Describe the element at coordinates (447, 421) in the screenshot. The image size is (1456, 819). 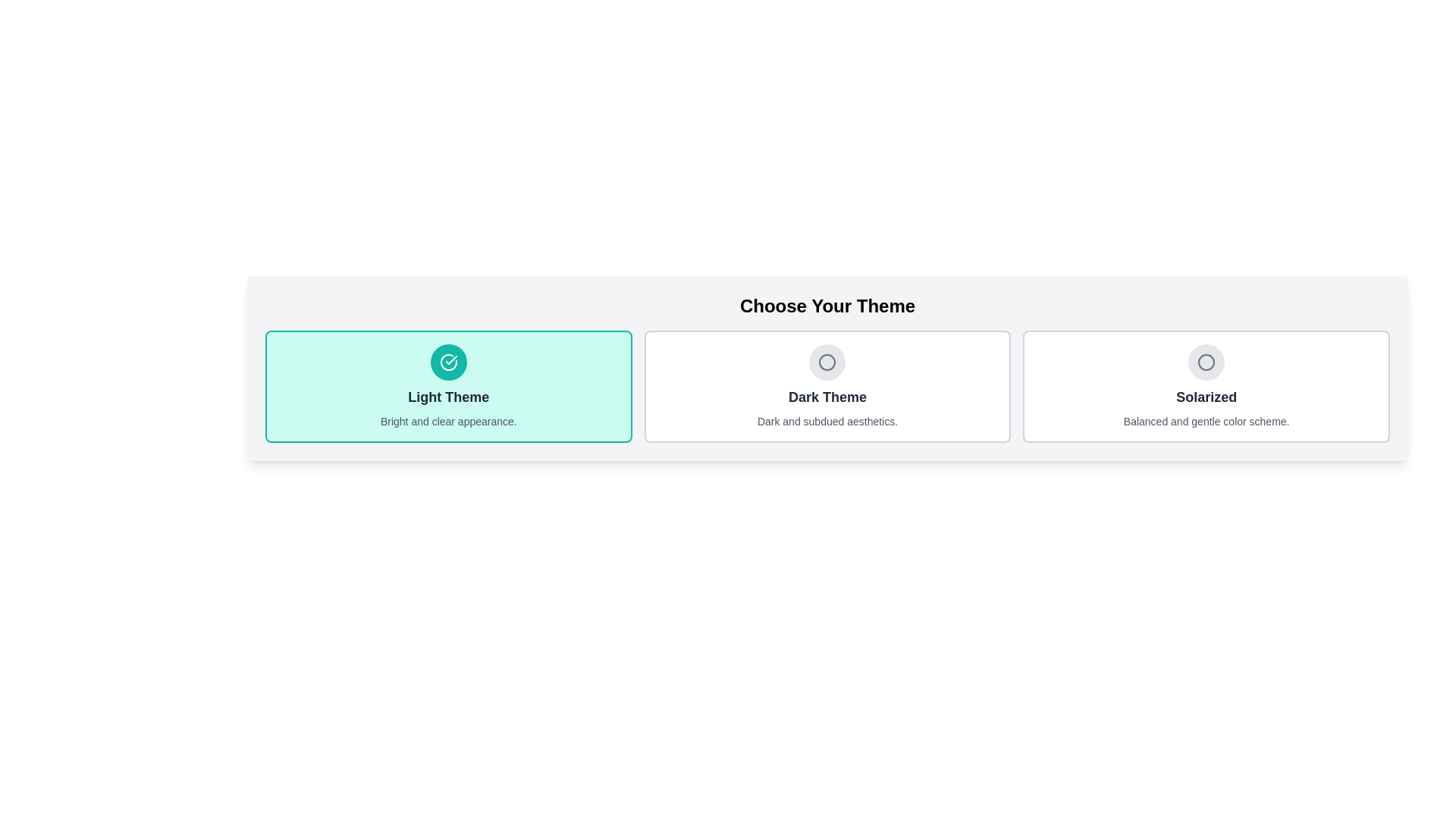
I see `the text label that displays 'Bright and clear appearance.' located at the bottom of the 'Light Theme' card` at that location.